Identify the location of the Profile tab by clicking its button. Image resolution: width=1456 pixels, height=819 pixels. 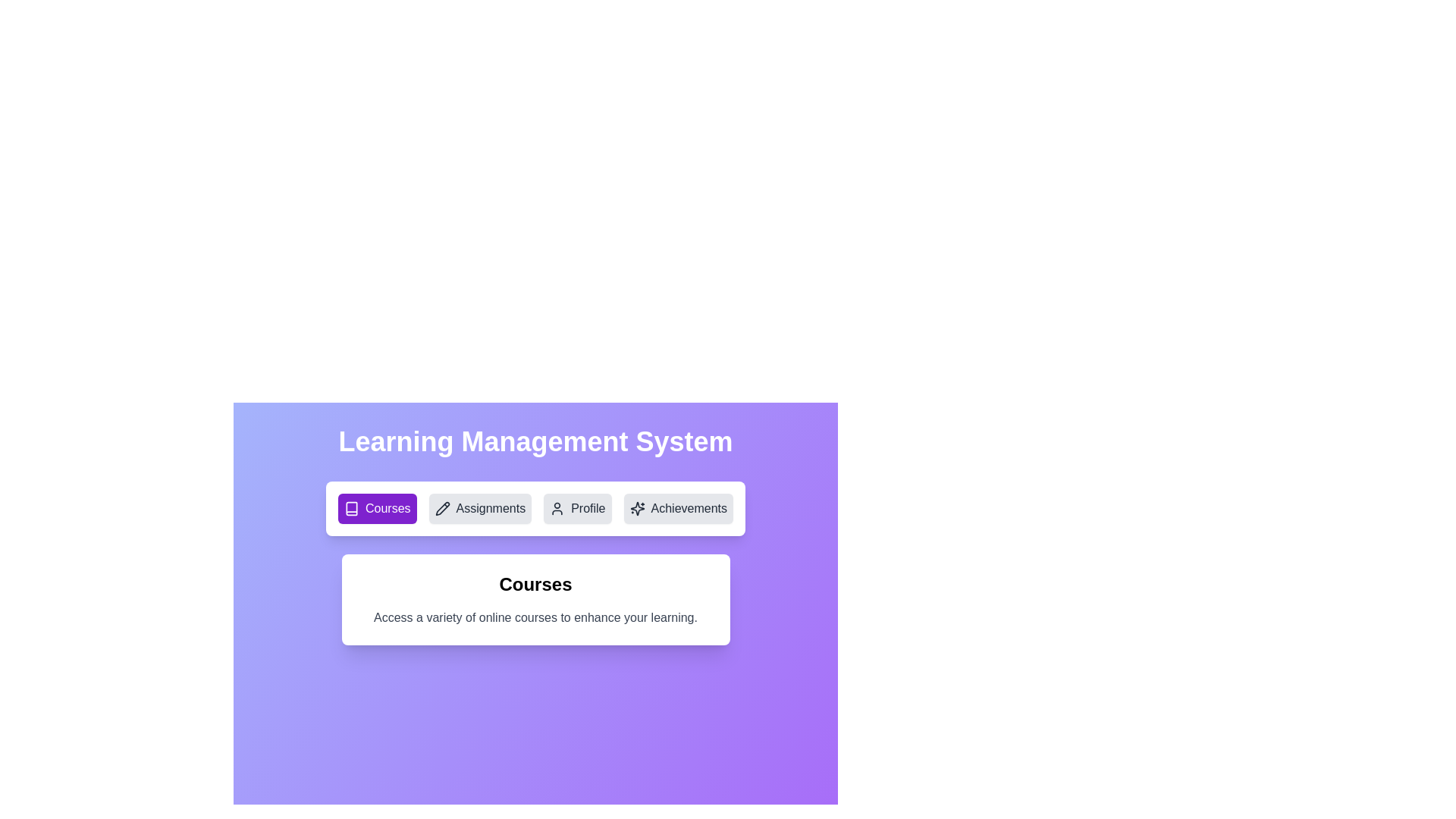
(576, 509).